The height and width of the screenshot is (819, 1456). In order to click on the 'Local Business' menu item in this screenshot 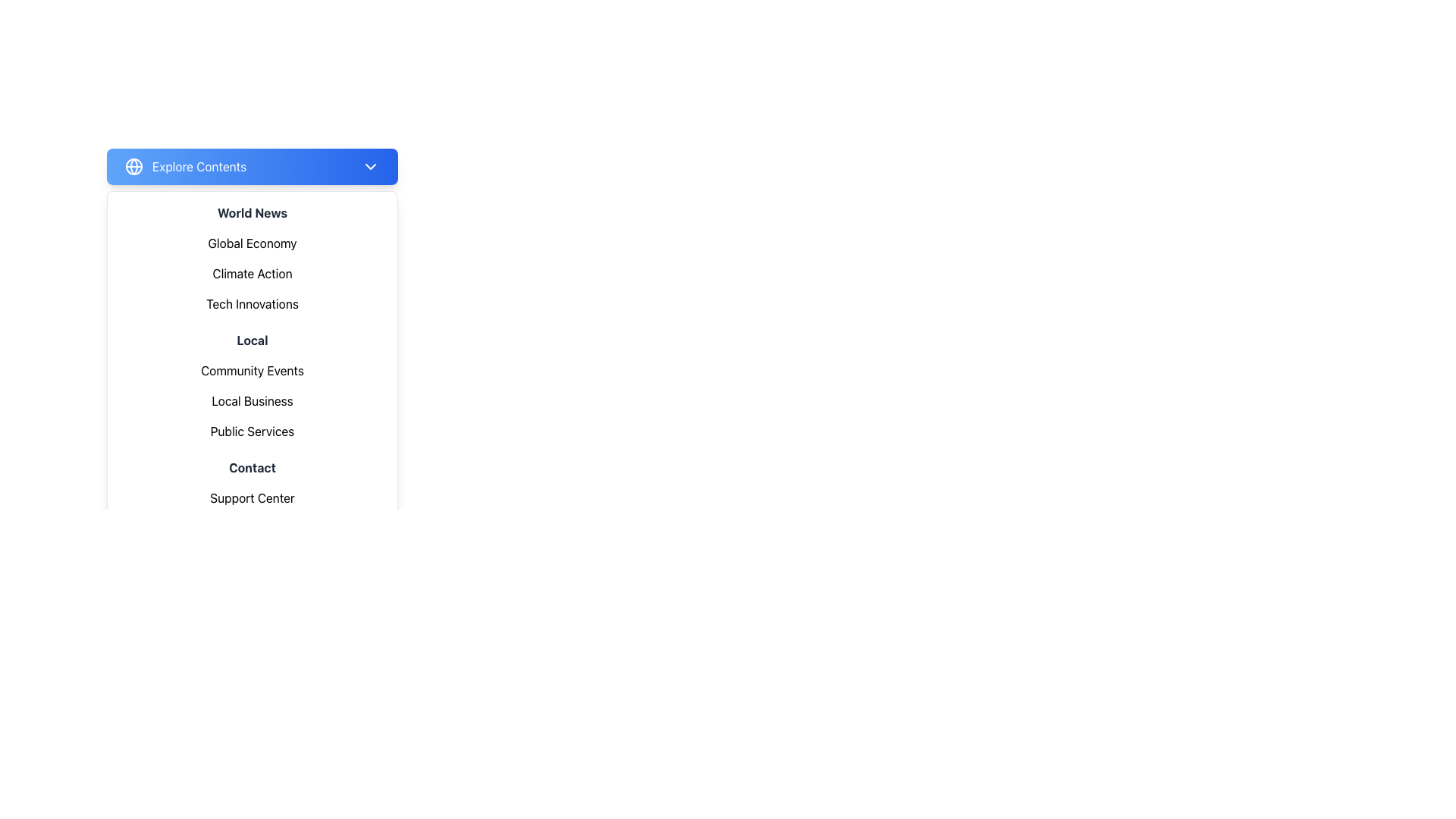, I will do `click(252, 400)`.